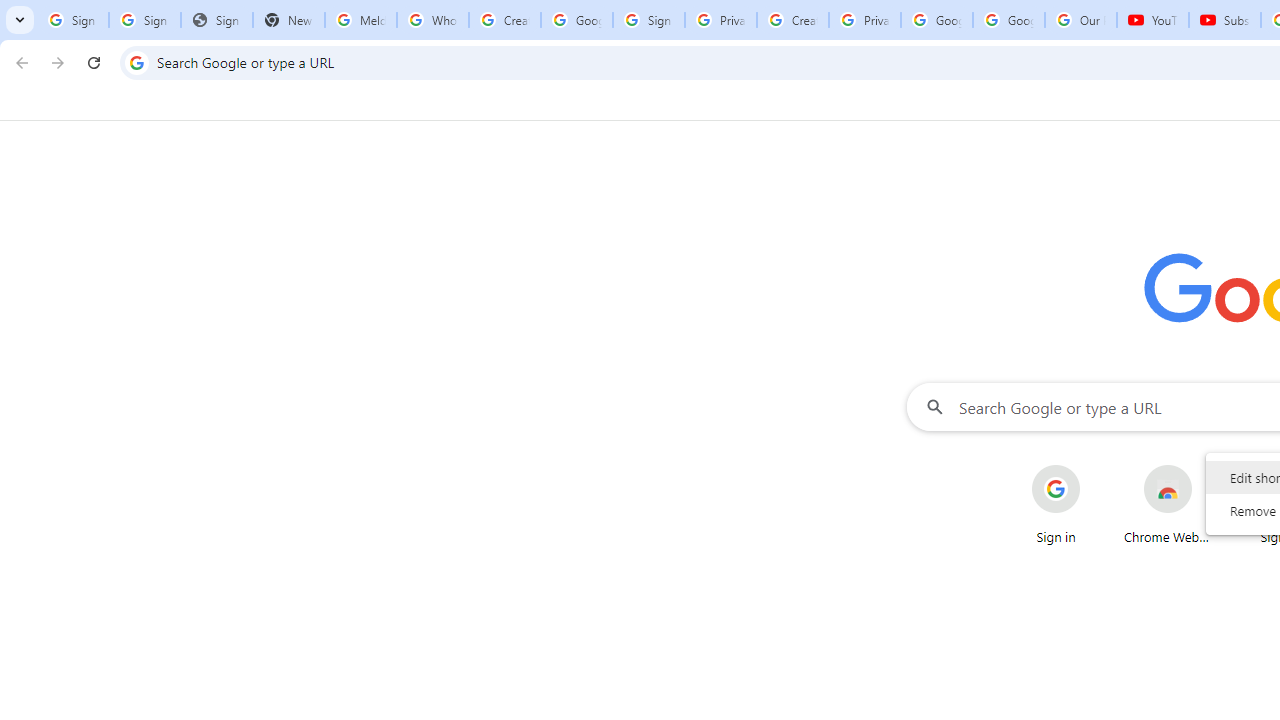 This screenshot has height=720, width=1280. What do you see at coordinates (288, 20) in the screenshot?
I see `'New Tab'` at bounding box center [288, 20].